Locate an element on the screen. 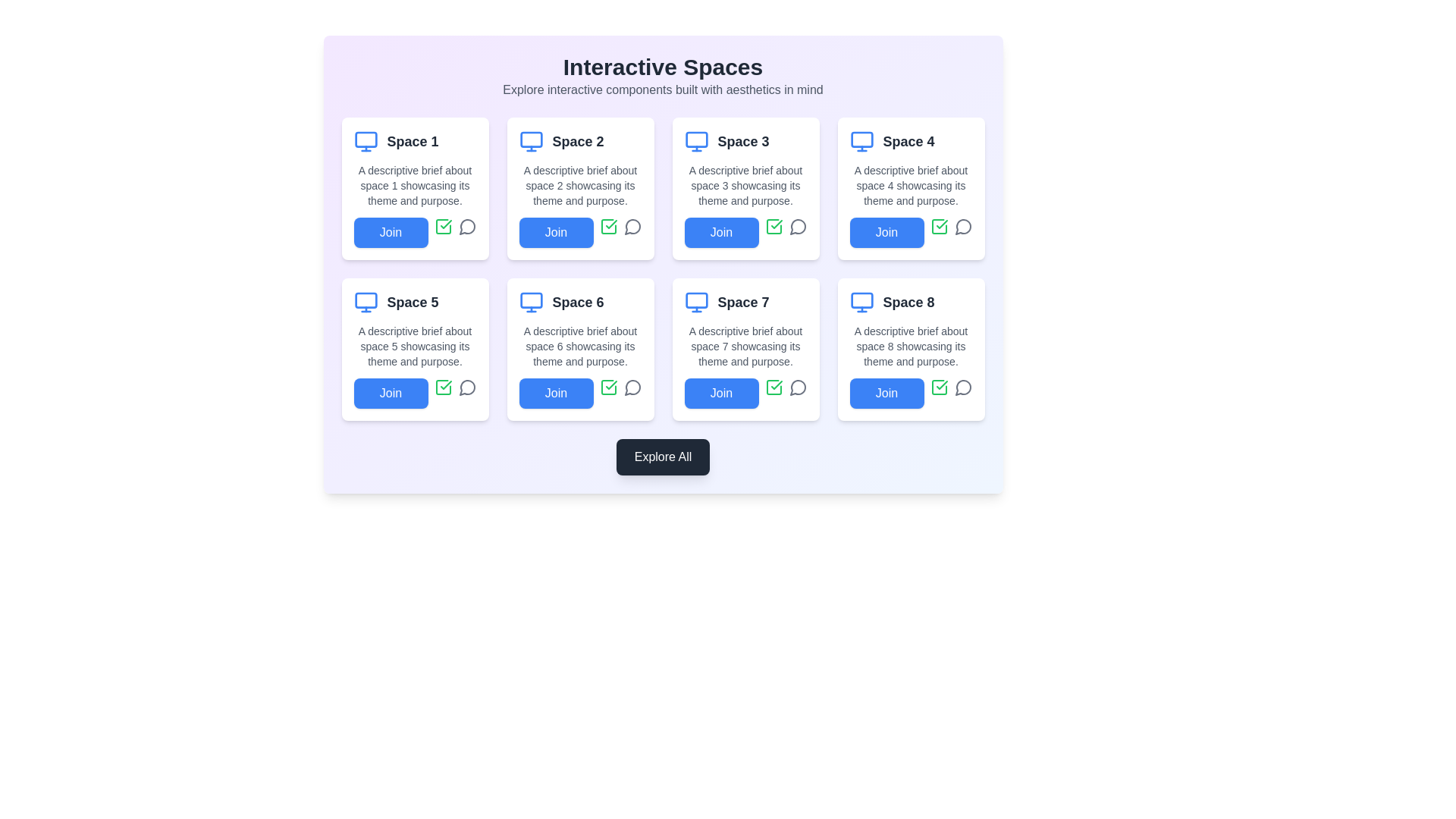 The height and width of the screenshot is (819, 1456). the completion icon located in the right section of the card for 'Space 4', adjacent to the speech-bubble icon and aligned with the 'Join' button is located at coordinates (938, 227).